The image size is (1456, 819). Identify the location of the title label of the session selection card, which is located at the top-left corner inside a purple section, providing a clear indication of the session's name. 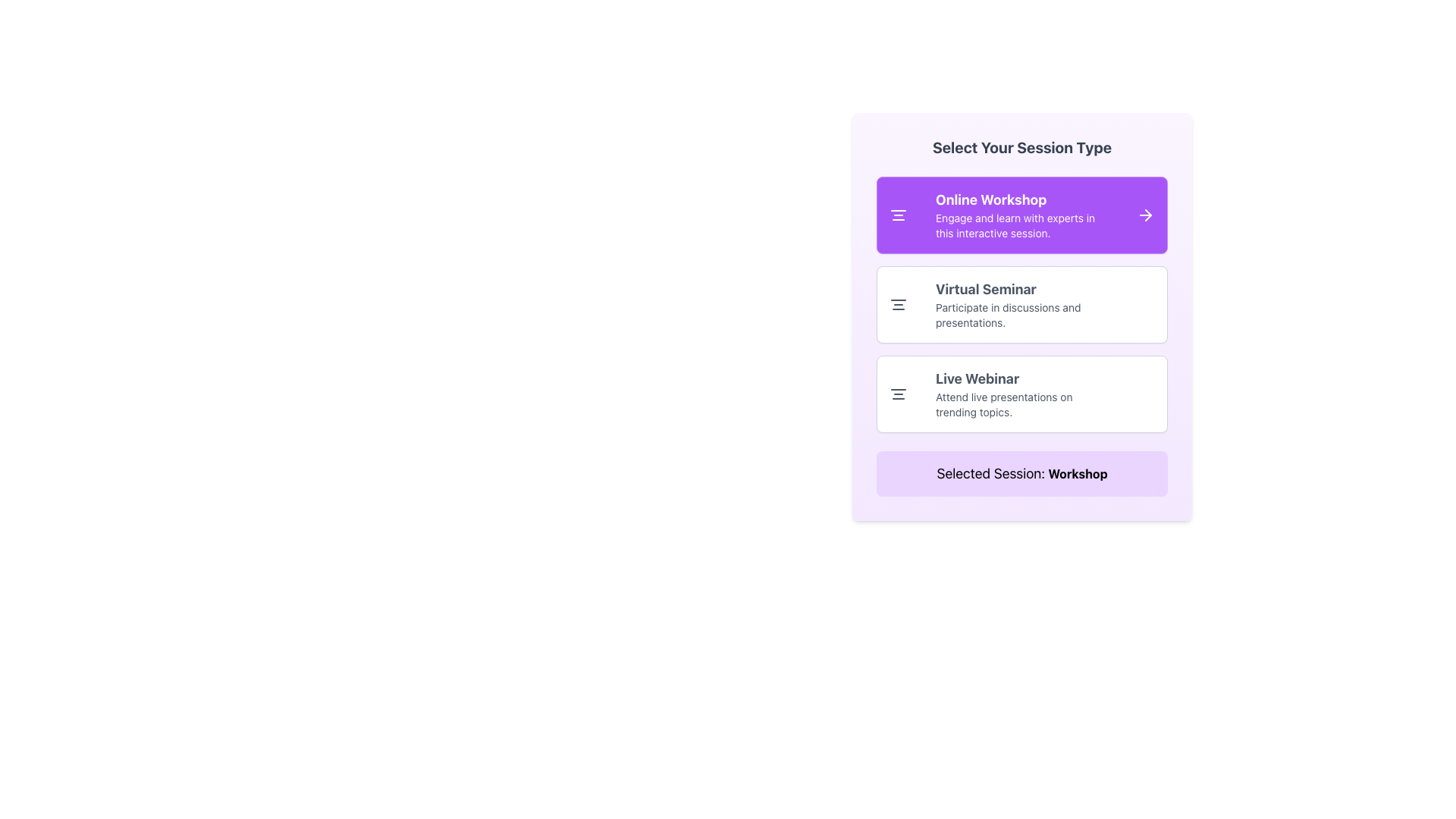
(1022, 199).